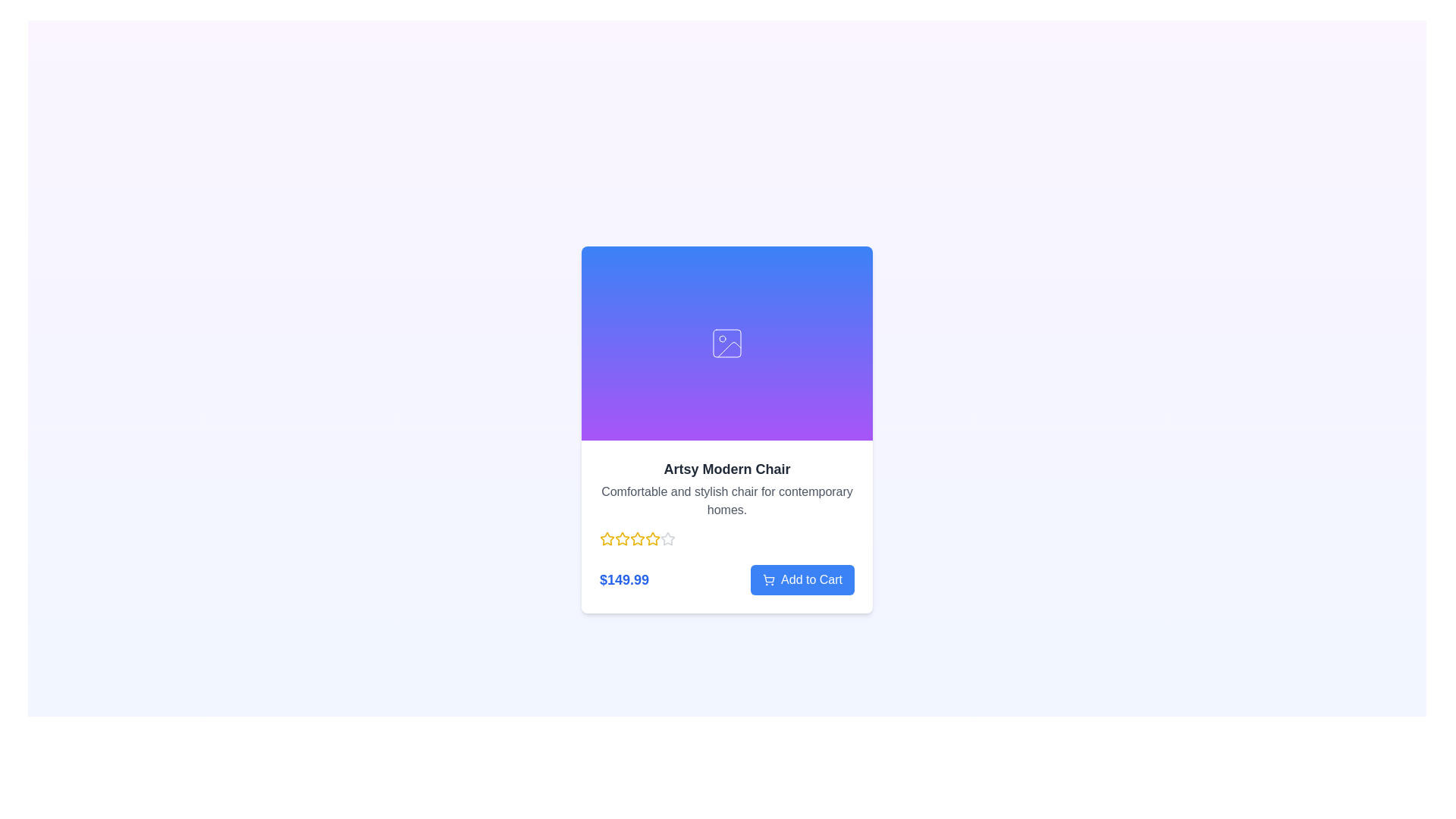  What do you see at coordinates (667, 537) in the screenshot?
I see `the third hollow star-shaped icon in the rating section below the product description to set a rating` at bounding box center [667, 537].